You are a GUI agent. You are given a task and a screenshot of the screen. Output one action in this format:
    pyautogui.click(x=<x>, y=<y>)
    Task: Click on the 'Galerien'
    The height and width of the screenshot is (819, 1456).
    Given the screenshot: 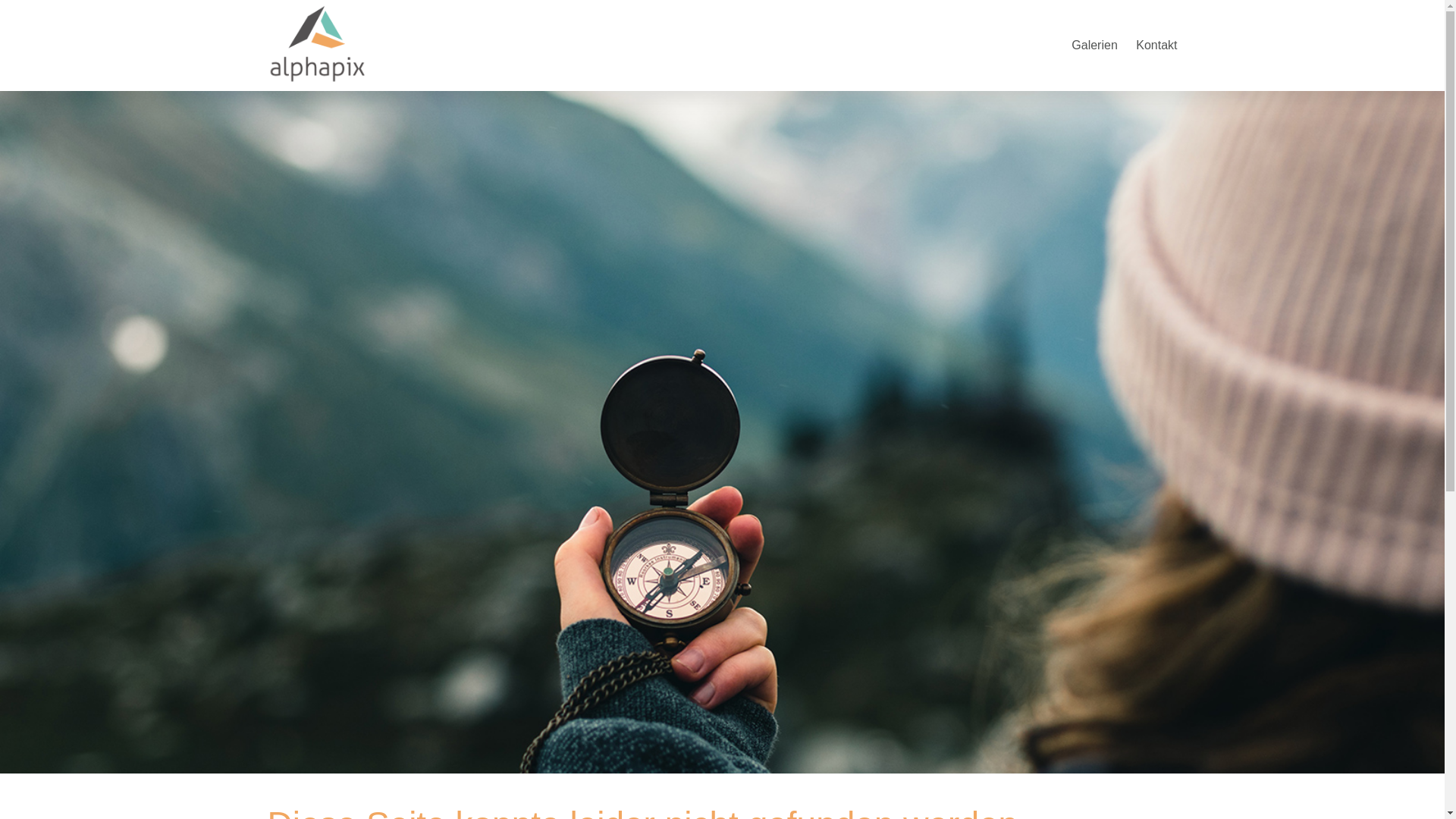 What is the action you would take?
    pyautogui.click(x=1094, y=44)
    